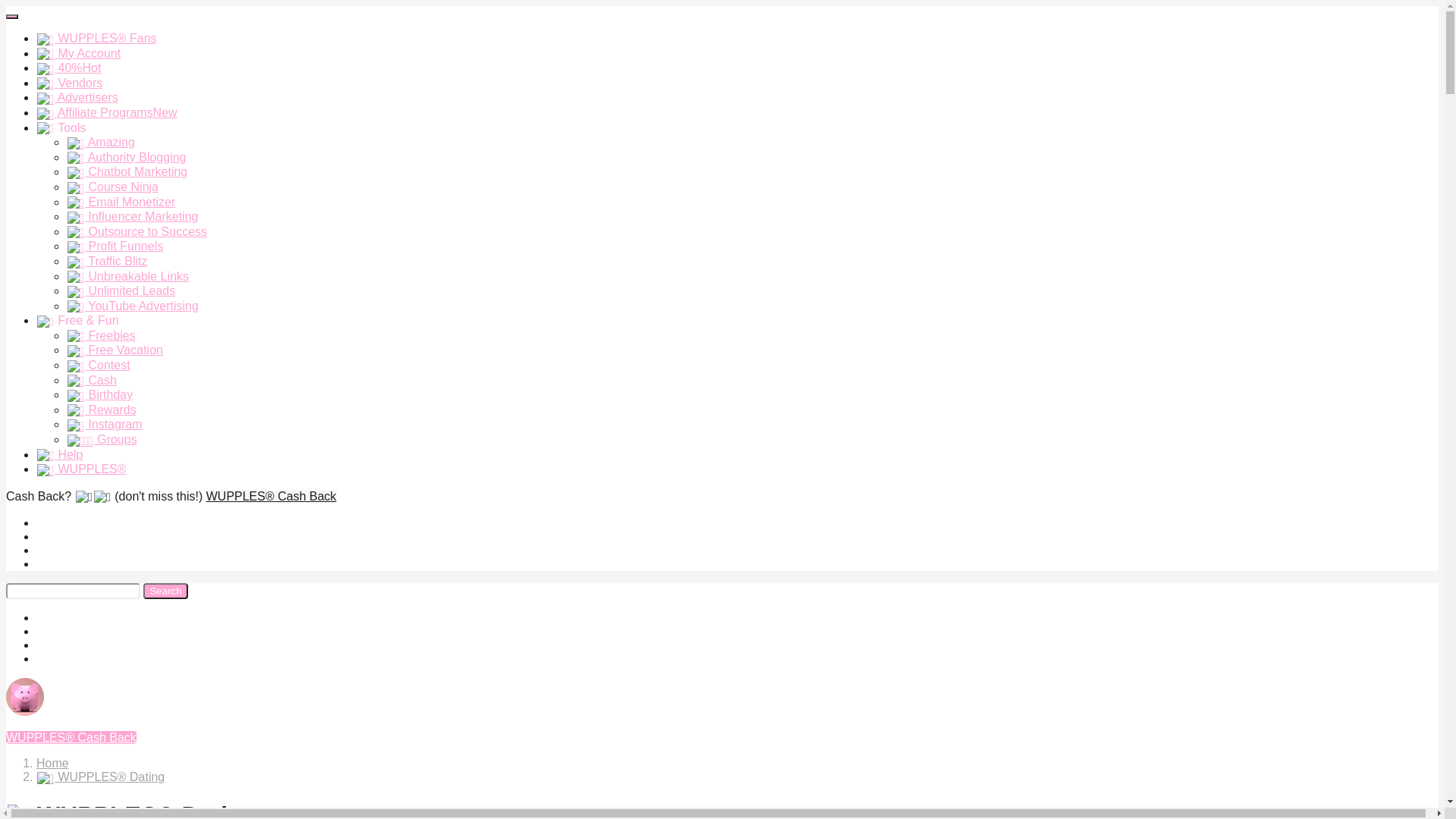  Describe the element at coordinates (36, 83) in the screenshot. I see `'Vendors'` at that location.